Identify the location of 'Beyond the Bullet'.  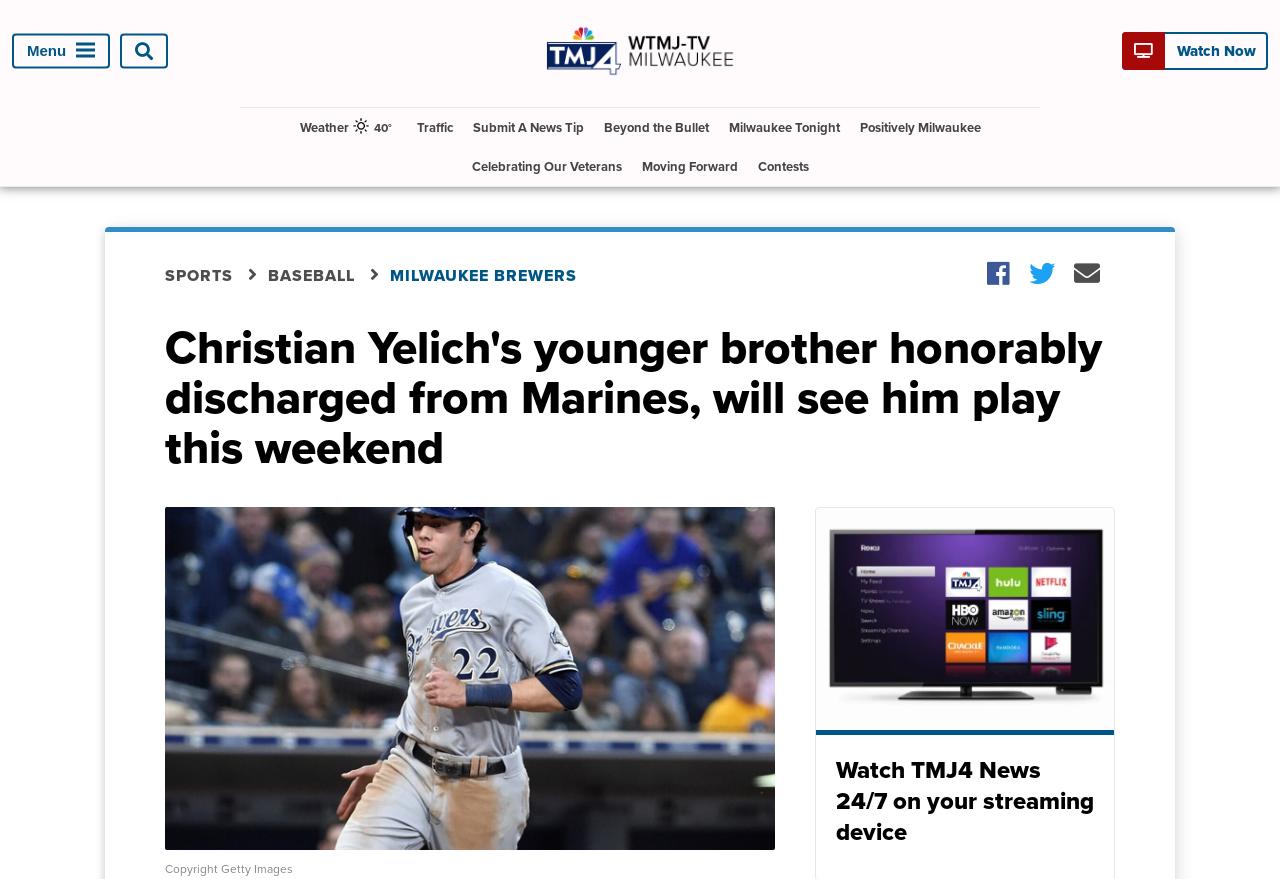
(655, 126).